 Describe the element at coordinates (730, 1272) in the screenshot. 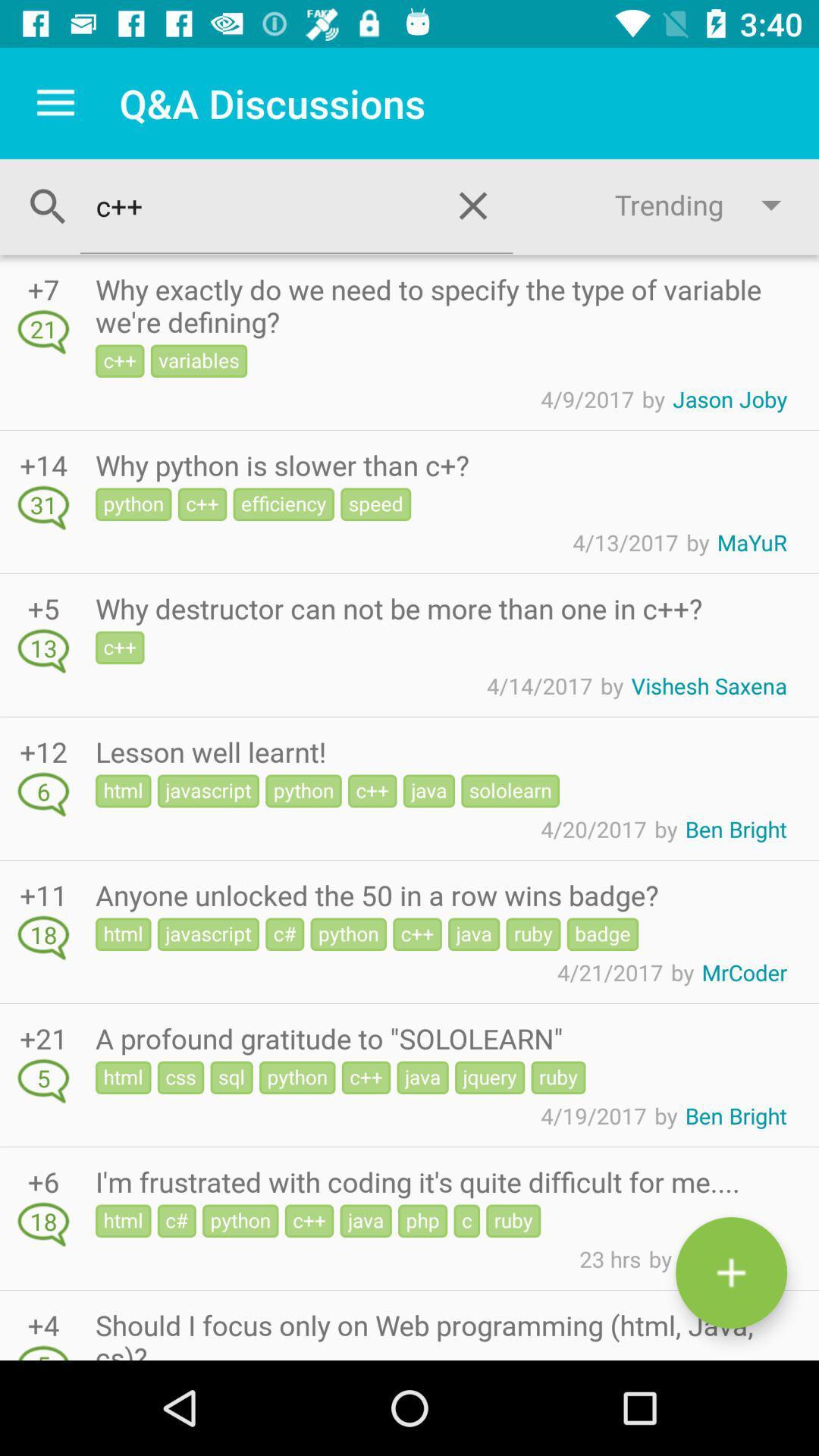

I see `the add icon` at that location.